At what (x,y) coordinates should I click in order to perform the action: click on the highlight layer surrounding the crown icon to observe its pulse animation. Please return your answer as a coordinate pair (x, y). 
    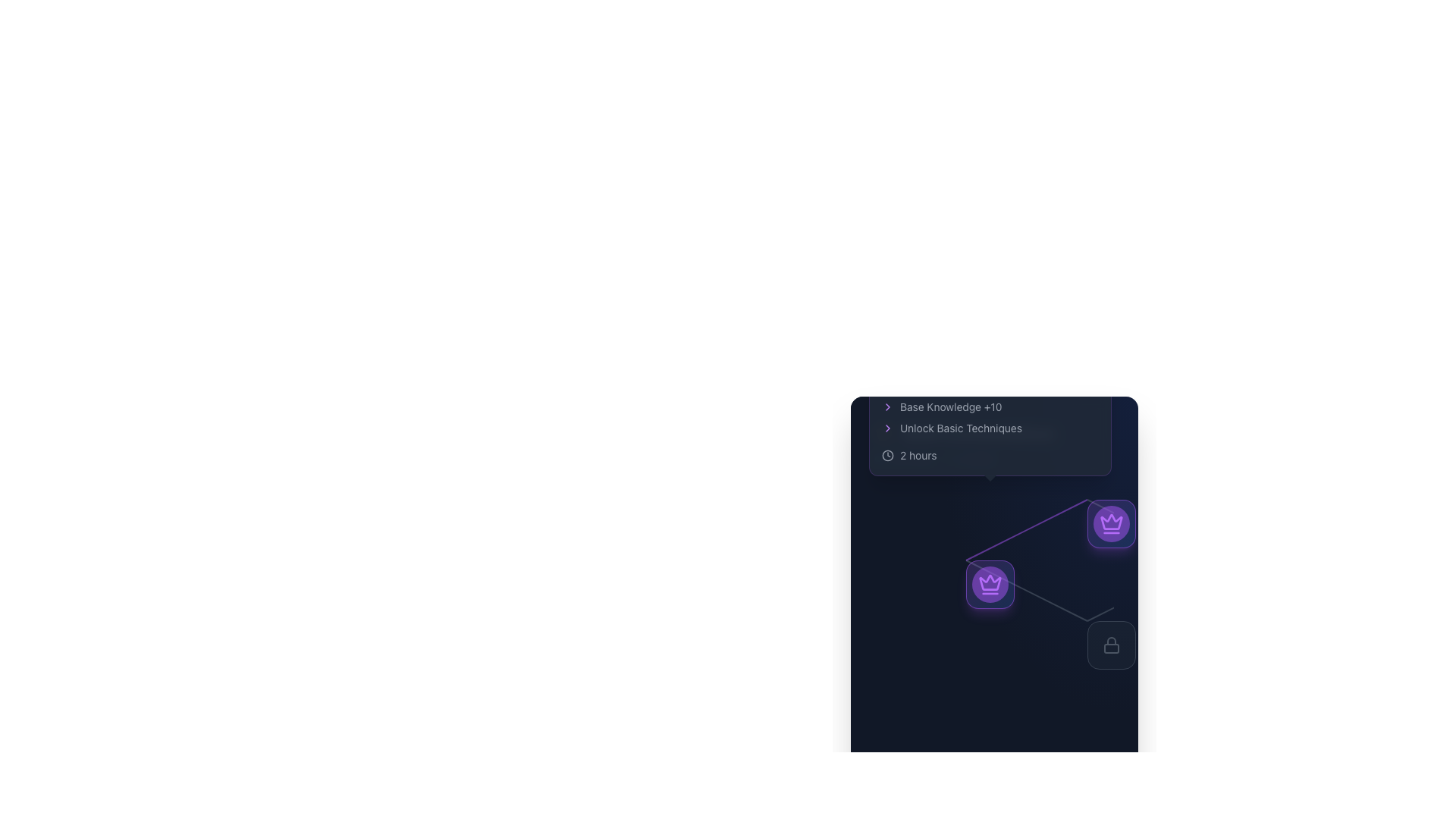
    Looking at the image, I should click on (1111, 522).